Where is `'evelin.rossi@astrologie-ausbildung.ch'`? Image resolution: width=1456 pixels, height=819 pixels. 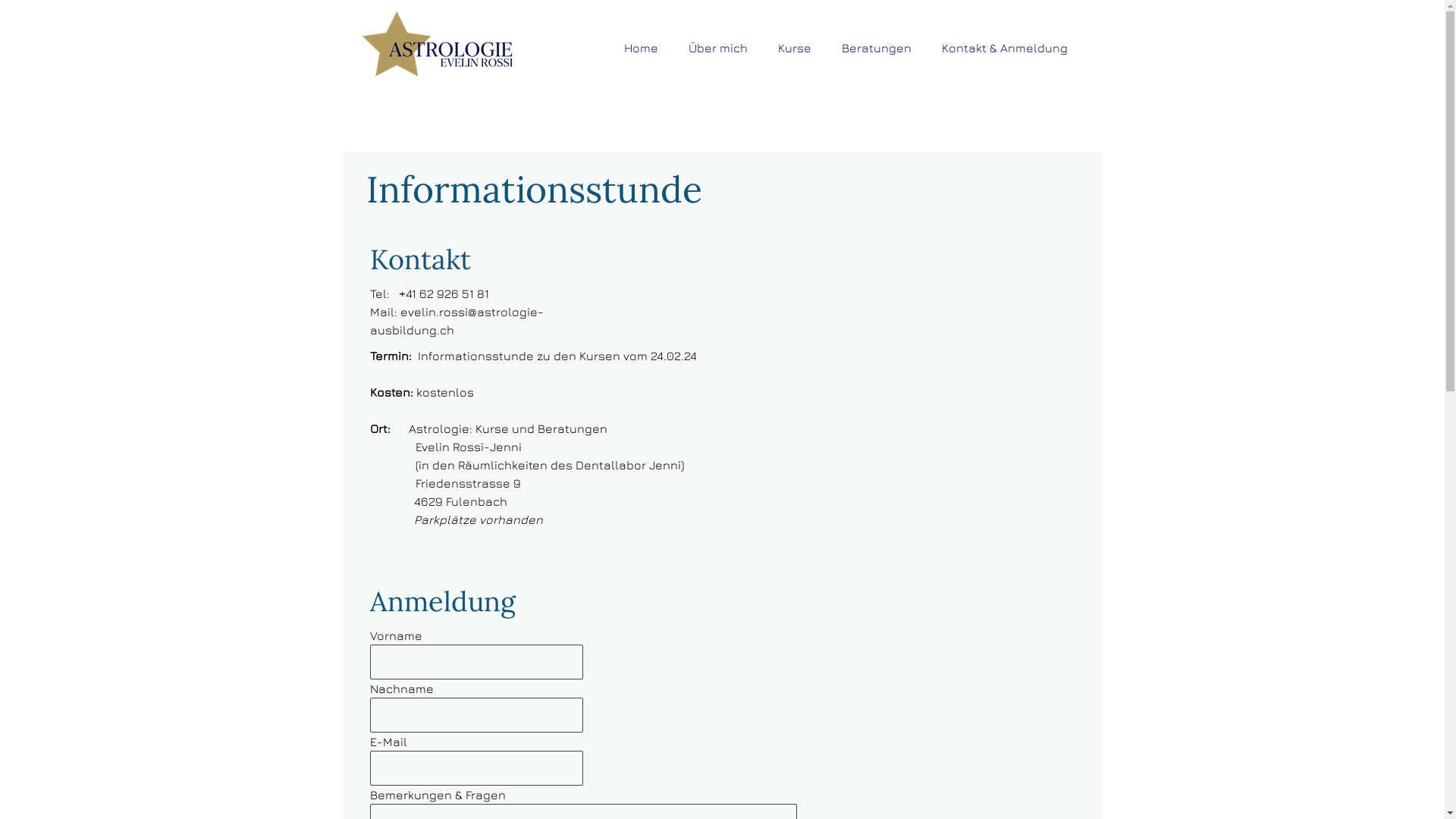 'evelin.rossi@astrologie-ausbildung.ch' is located at coordinates (370, 320).